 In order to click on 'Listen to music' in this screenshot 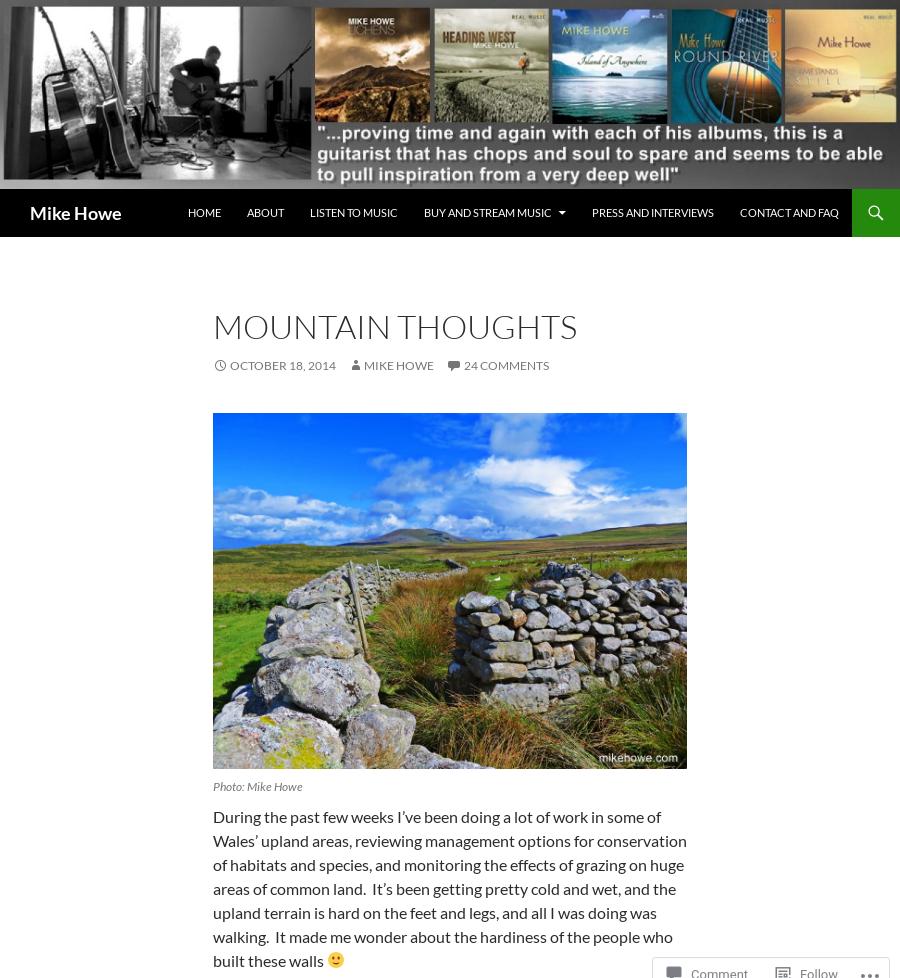, I will do `click(353, 212)`.